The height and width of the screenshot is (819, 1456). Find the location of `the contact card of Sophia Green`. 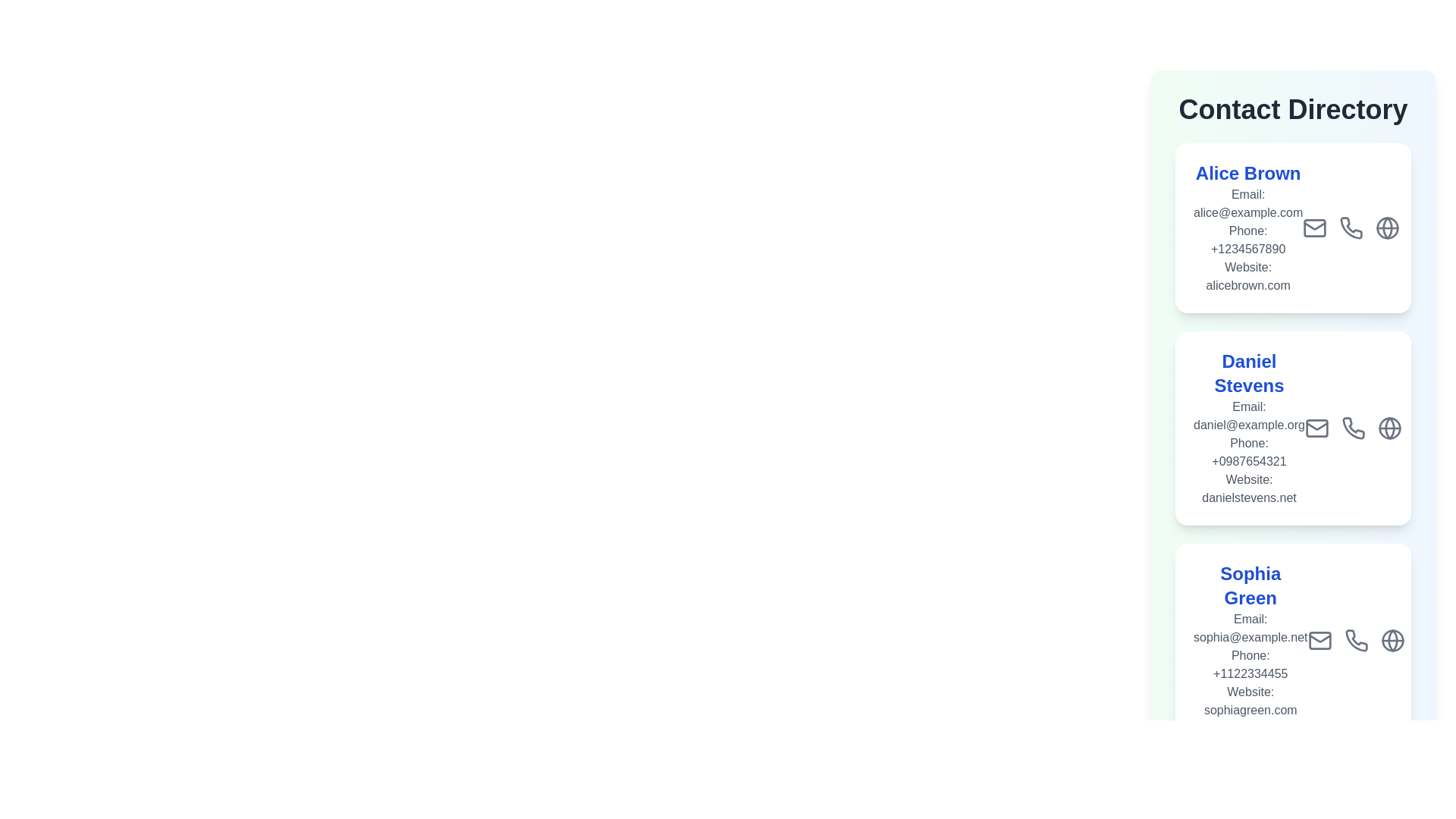

the contact card of Sophia Green is located at coordinates (1292, 640).